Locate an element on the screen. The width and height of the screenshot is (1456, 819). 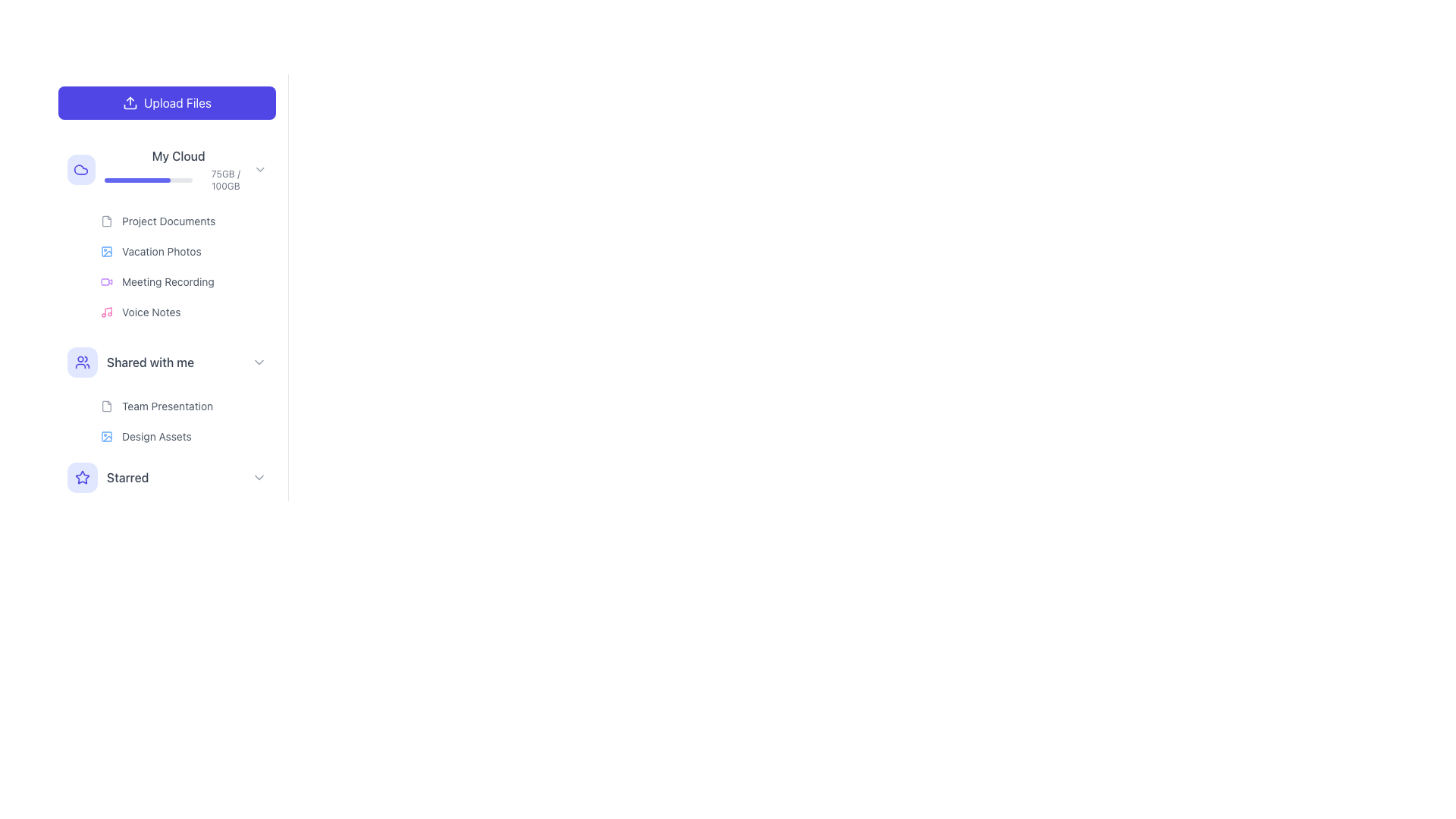
the text label inside the file upload button located on the left side of the interface is located at coordinates (177, 102).